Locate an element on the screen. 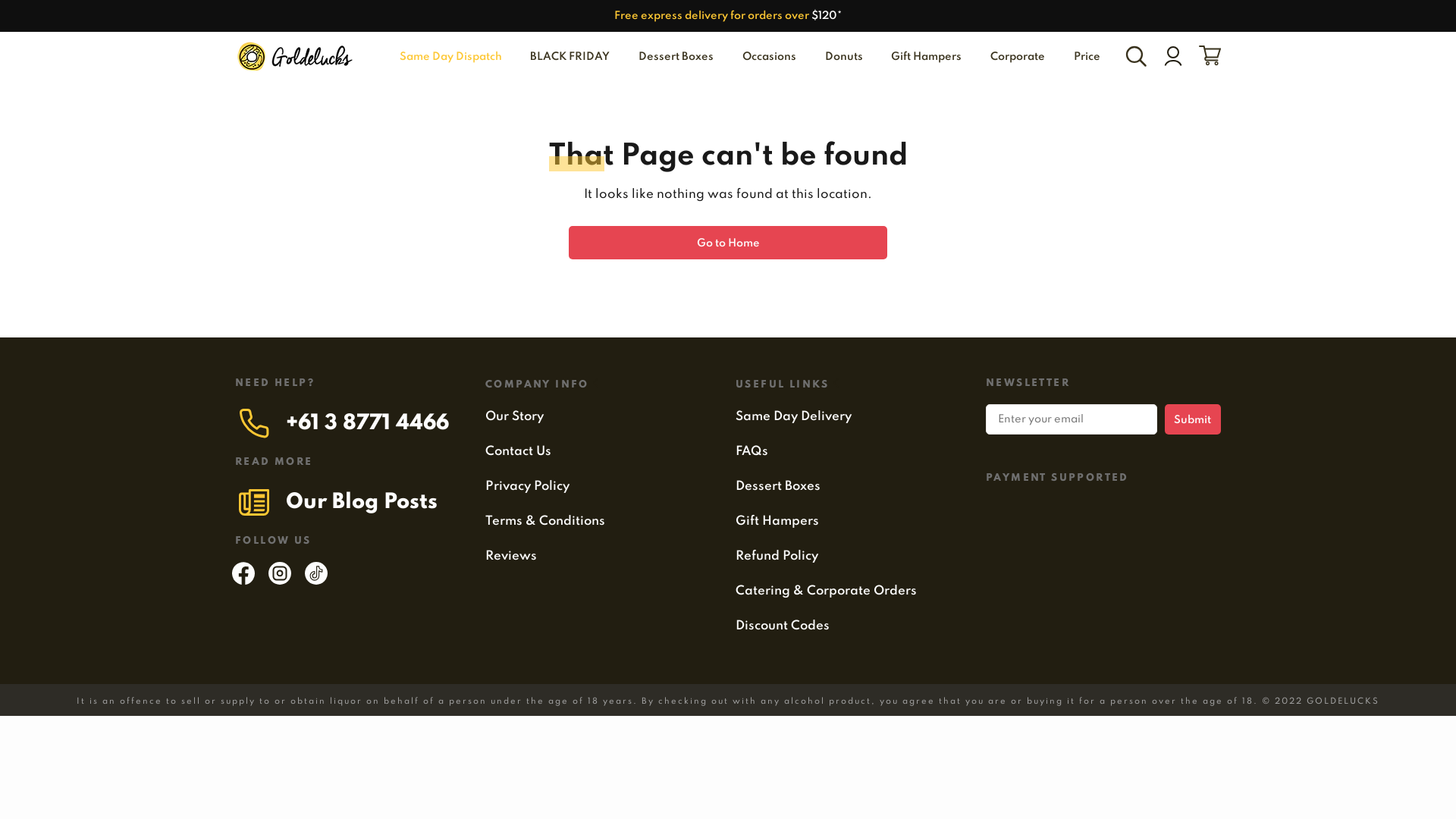 The image size is (1456, 819). 'Occasions' is located at coordinates (736, 56).